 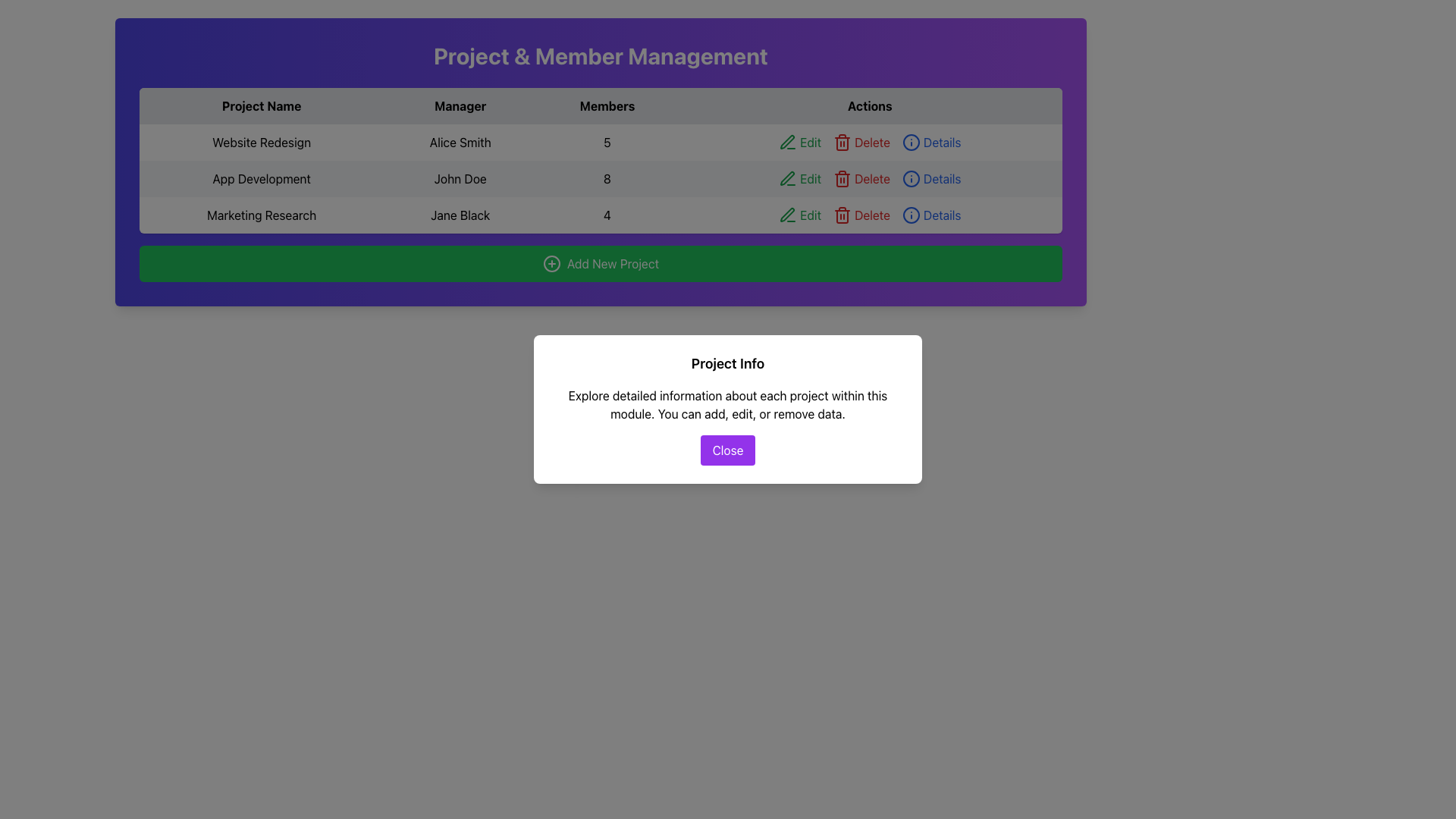 What do you see at coordinates (728, 450) in the screenshot?
I see `the close button located at the bottom of the pop-up dialog` at bounding box center [728, 450].